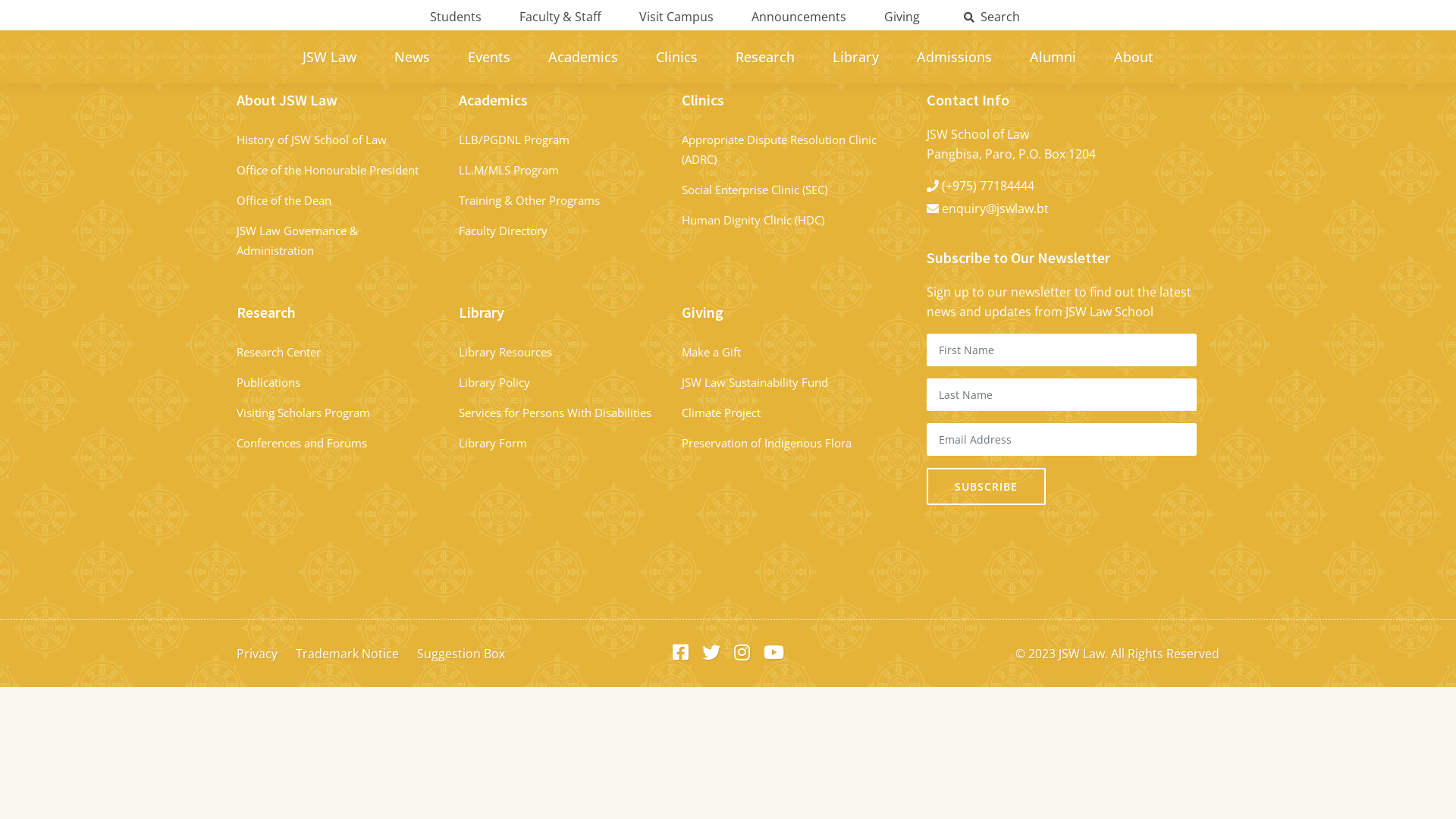  Describe the element at coordinates (494, 381) in the screenshot. I see `'Library Policy'` at that location.